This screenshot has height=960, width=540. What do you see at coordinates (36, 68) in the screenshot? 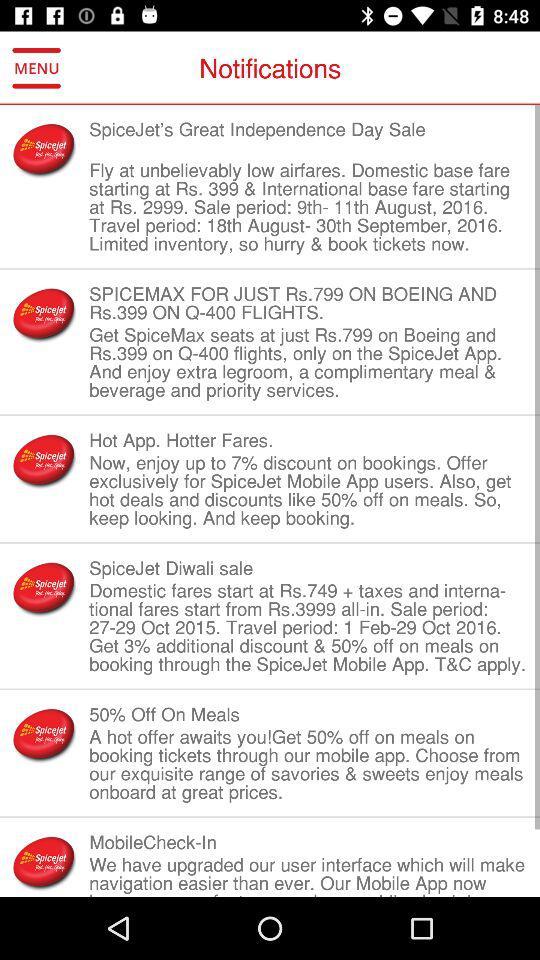
I see `icon to the left of notifications item` at bounding box center [36, 68].